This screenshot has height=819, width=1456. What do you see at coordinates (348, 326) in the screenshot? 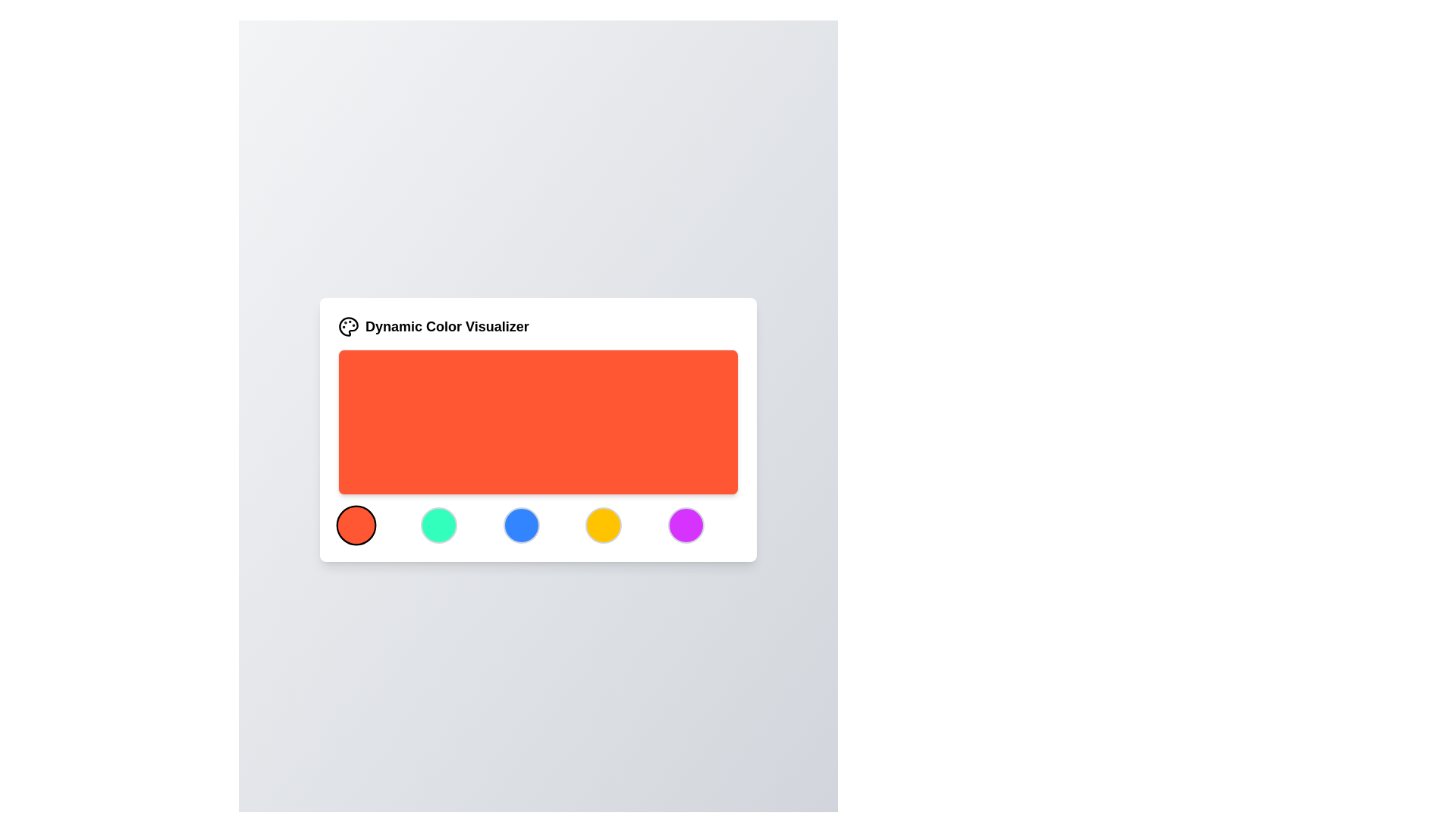
I see `the decorative icon located to the far left of the header section of the 'Dynamic Color Visualizer' component, preceding the text label 'Dynamic Color Visualizer'` at bounding box center [348, 326].